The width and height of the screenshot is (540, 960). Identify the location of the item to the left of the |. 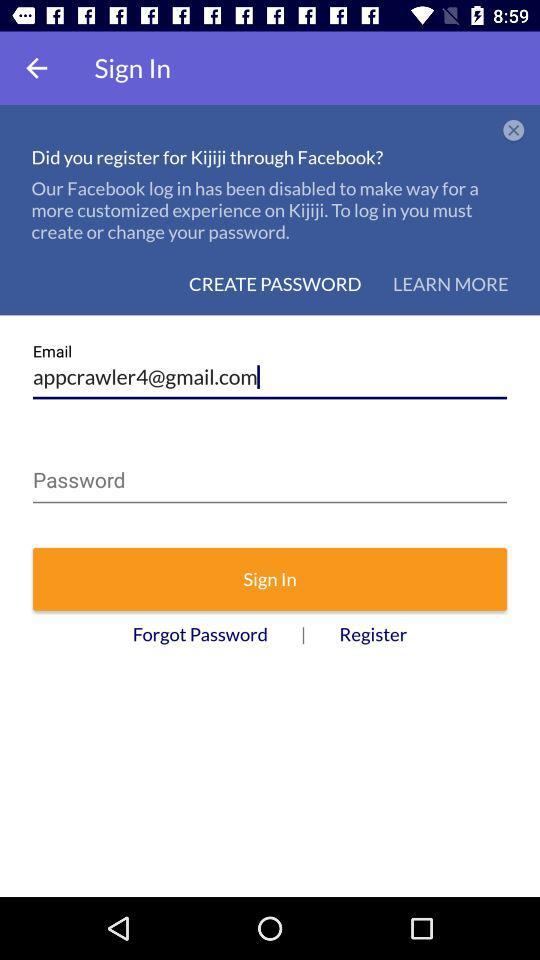
(200, 633).